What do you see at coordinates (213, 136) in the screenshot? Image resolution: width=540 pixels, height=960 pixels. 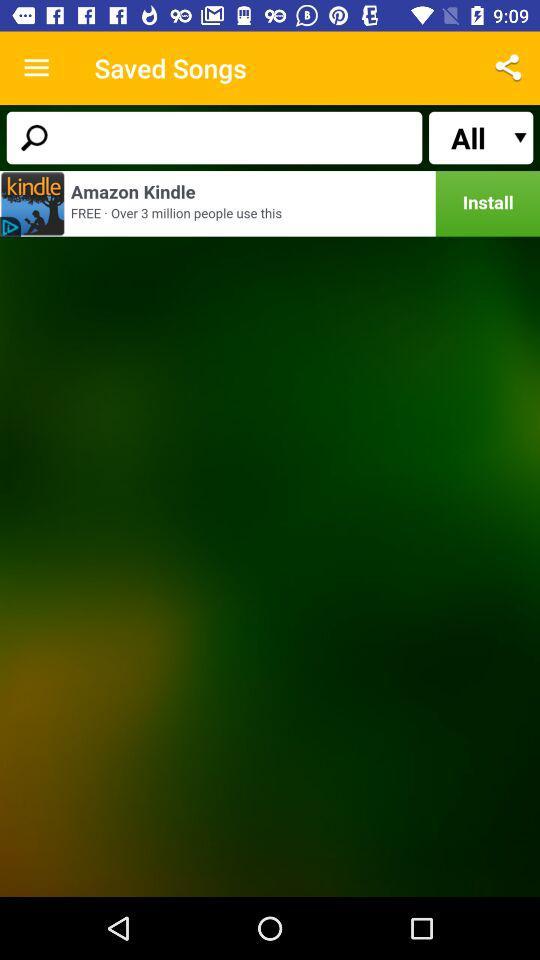 I see `typing box` at bounding box center [213, 136].